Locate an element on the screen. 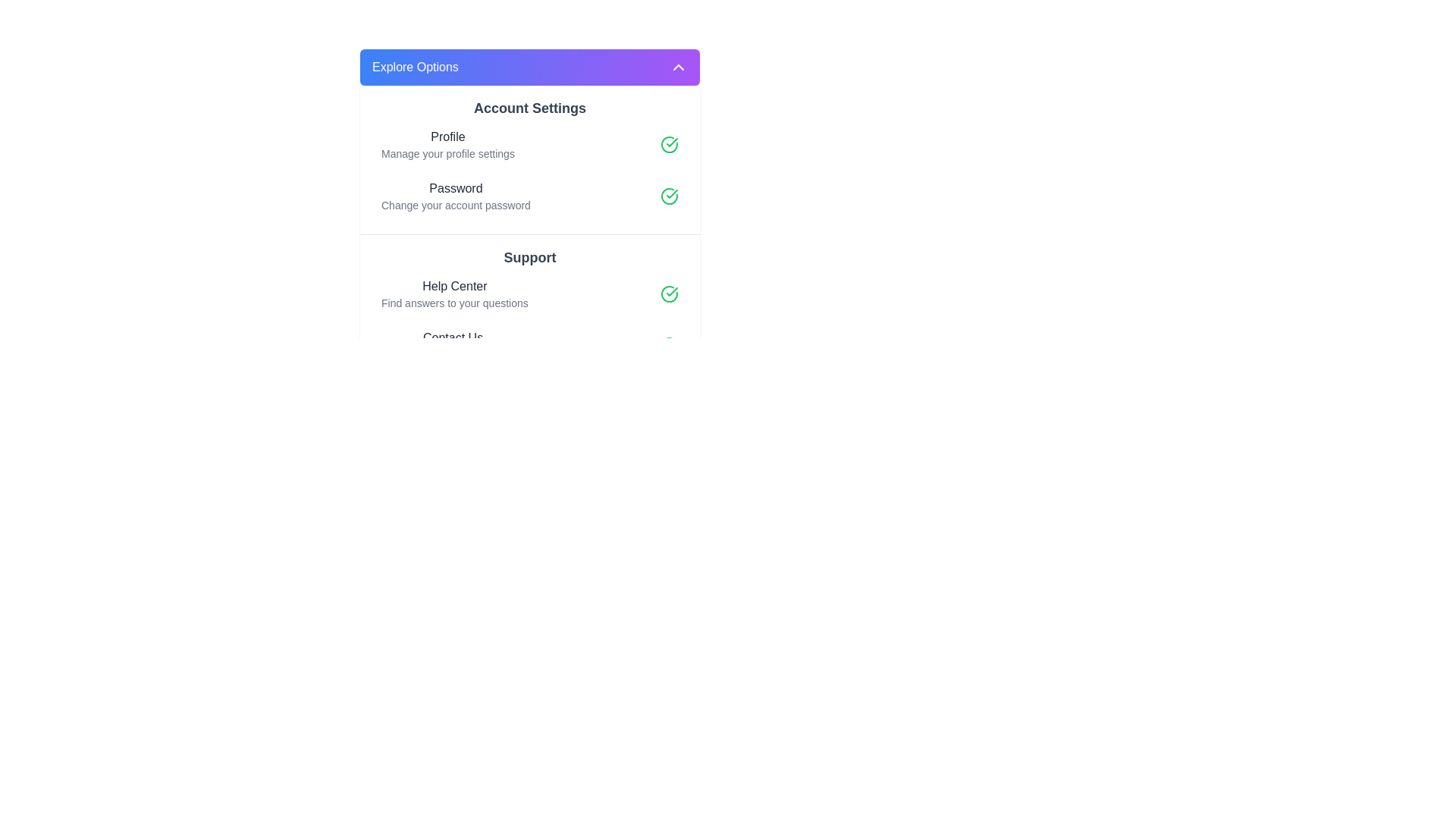 Image resolution: width=1456 pixels, height=819 pixels. the circular status indicator icon with a green outline and checkmark, located to the right of the 'Profile' option in the 'Account Settings' section is located at coordinates (669, 195).